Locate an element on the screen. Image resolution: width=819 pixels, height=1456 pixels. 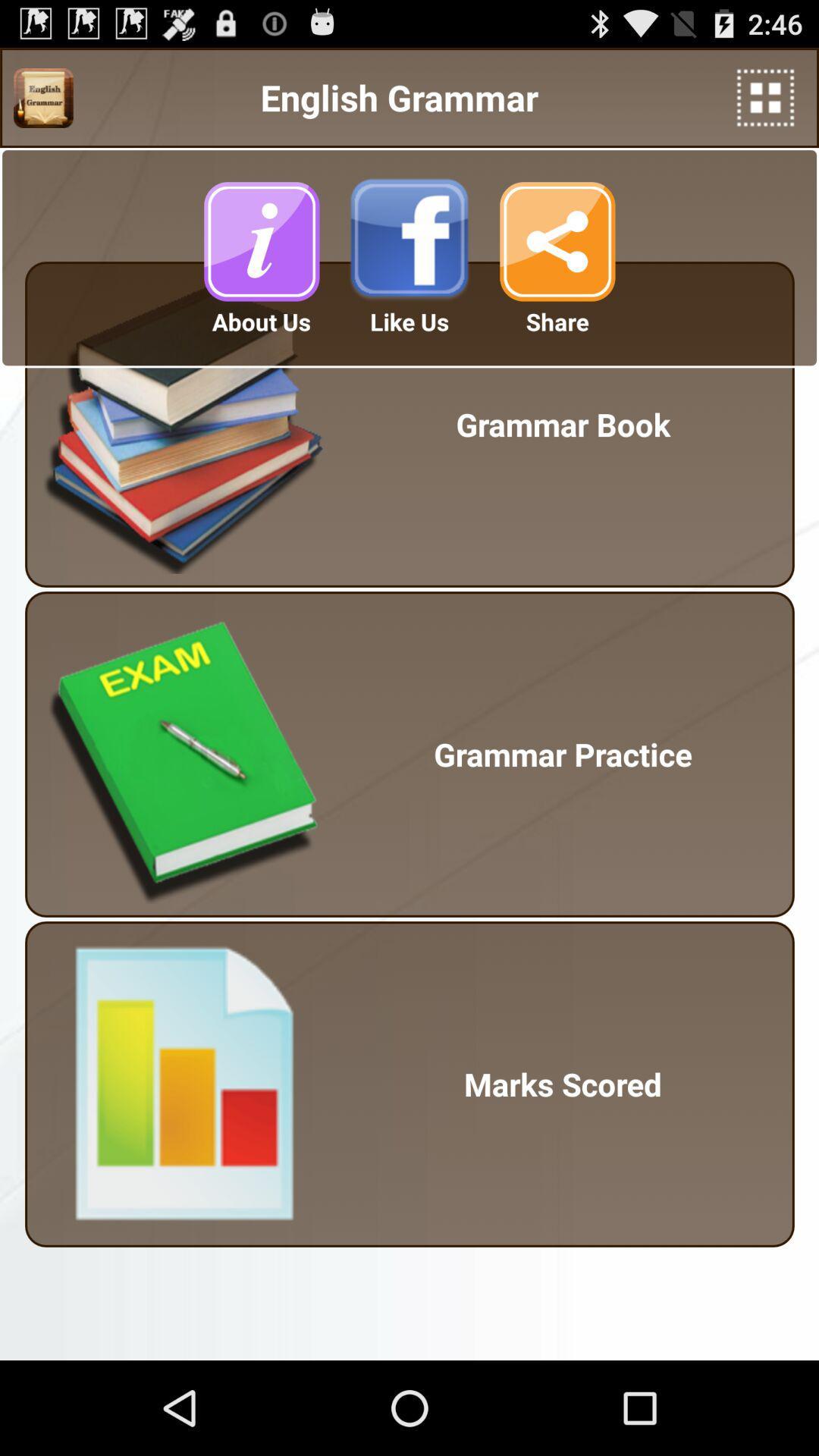
switch menu option is located at coordinates (42, 97).